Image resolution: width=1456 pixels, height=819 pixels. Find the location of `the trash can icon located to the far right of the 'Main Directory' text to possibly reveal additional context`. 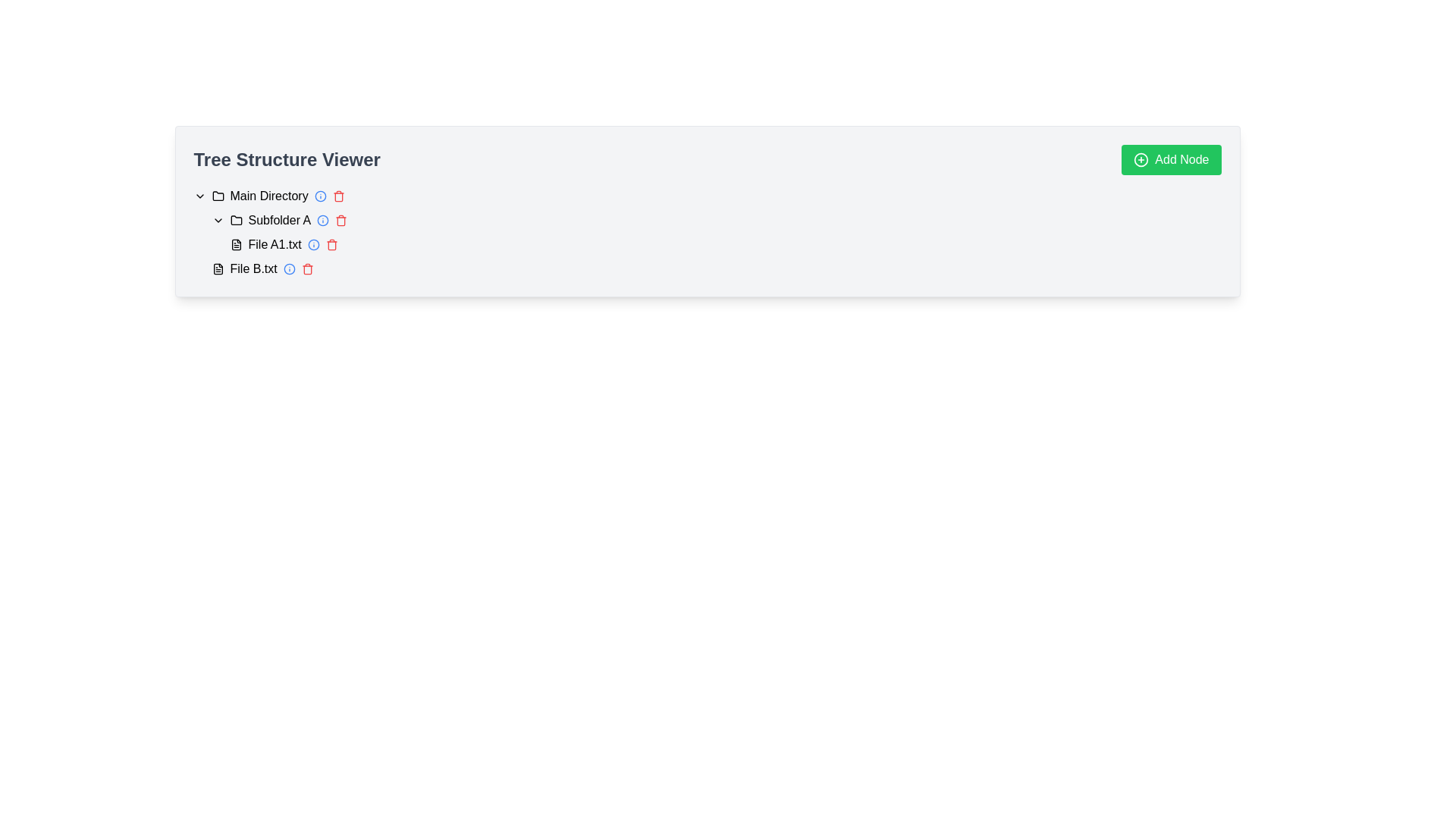

the trash can icon located to the far right of the 'Main Directory' text to possibly reveal additional context is located at coordinates (337, 195).